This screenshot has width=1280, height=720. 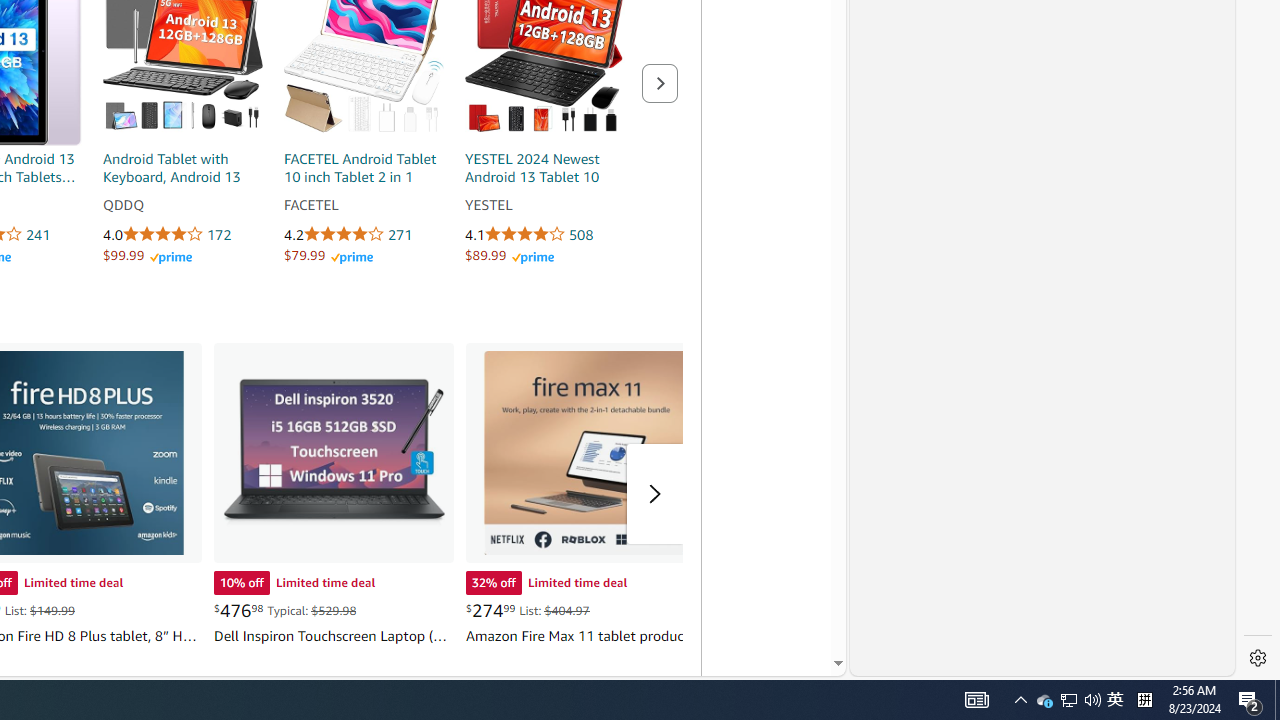 What do you see at coordinates (182, 205) in the screenshot?
I see `'QDDQ'` at bounding box center [182, 205].